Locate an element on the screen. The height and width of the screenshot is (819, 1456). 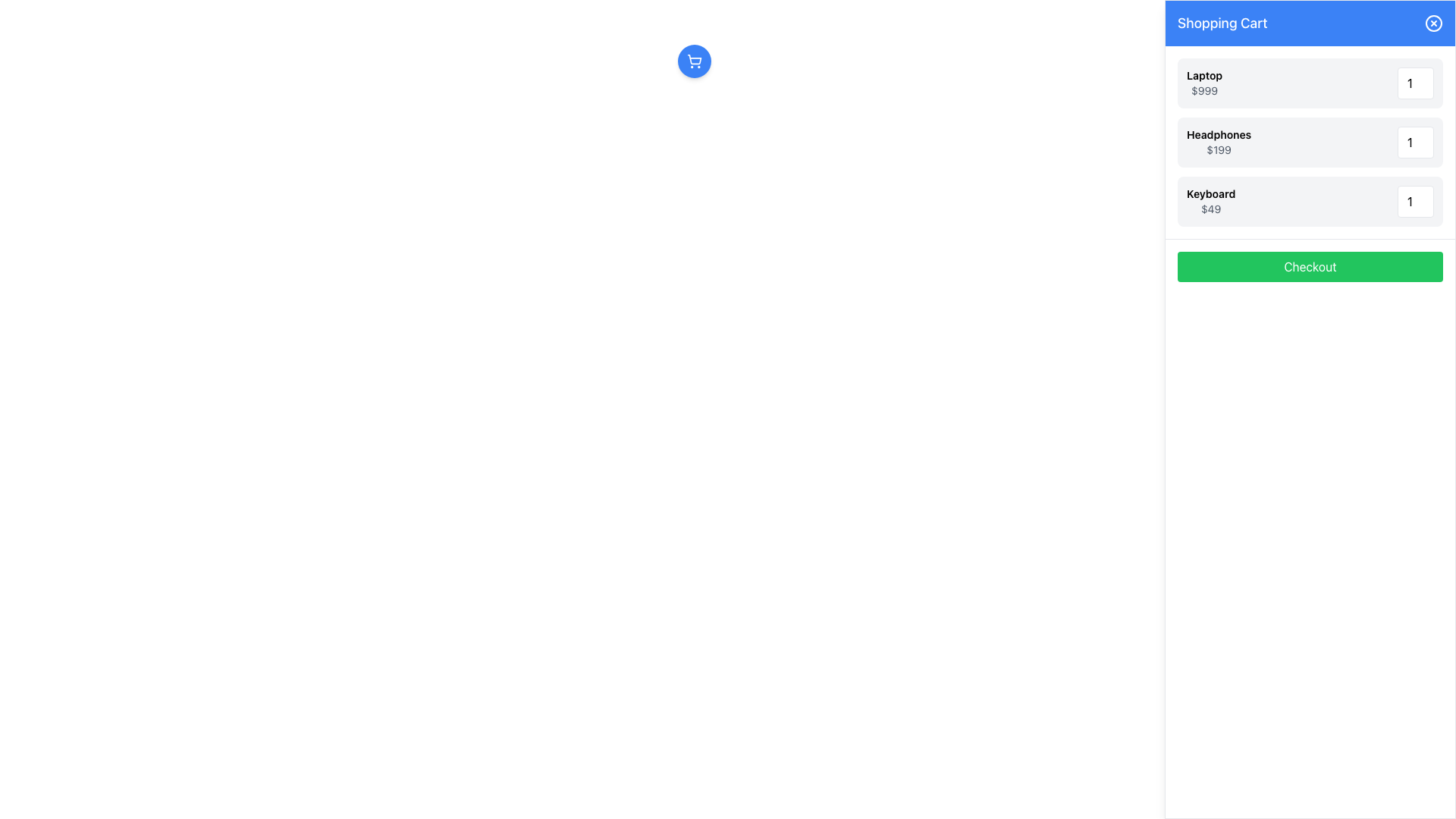
the decorative graphical icon (circle) located in the top-right corner of the Shopping Cart UI section is located at coordinates (1433, 23).